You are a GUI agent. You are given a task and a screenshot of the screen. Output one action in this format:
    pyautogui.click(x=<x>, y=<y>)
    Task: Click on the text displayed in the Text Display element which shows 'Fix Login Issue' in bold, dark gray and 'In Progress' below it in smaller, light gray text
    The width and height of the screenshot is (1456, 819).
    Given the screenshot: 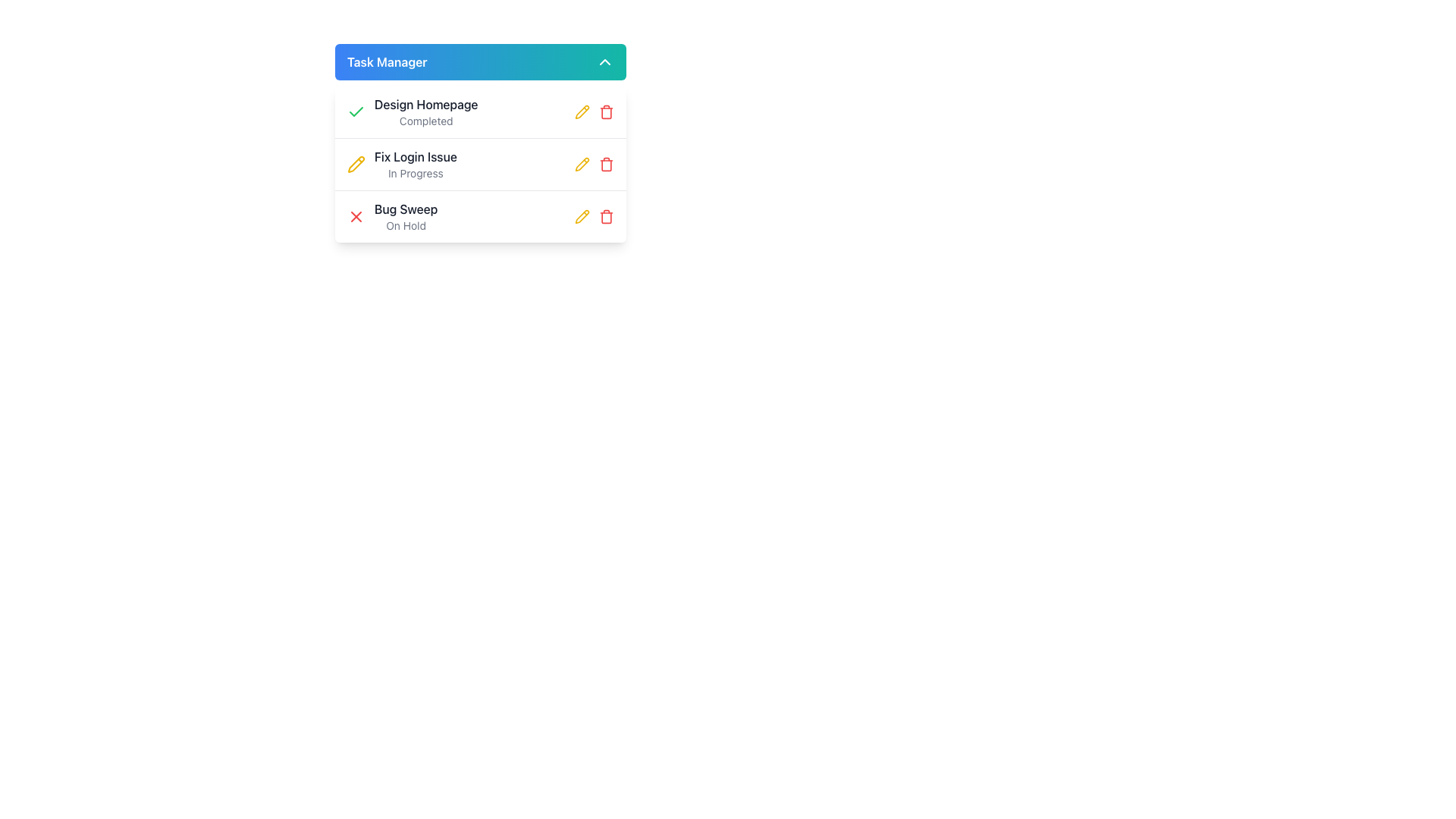 What is the action you would take?
    pyautogui.click(x=416, y=164)
    